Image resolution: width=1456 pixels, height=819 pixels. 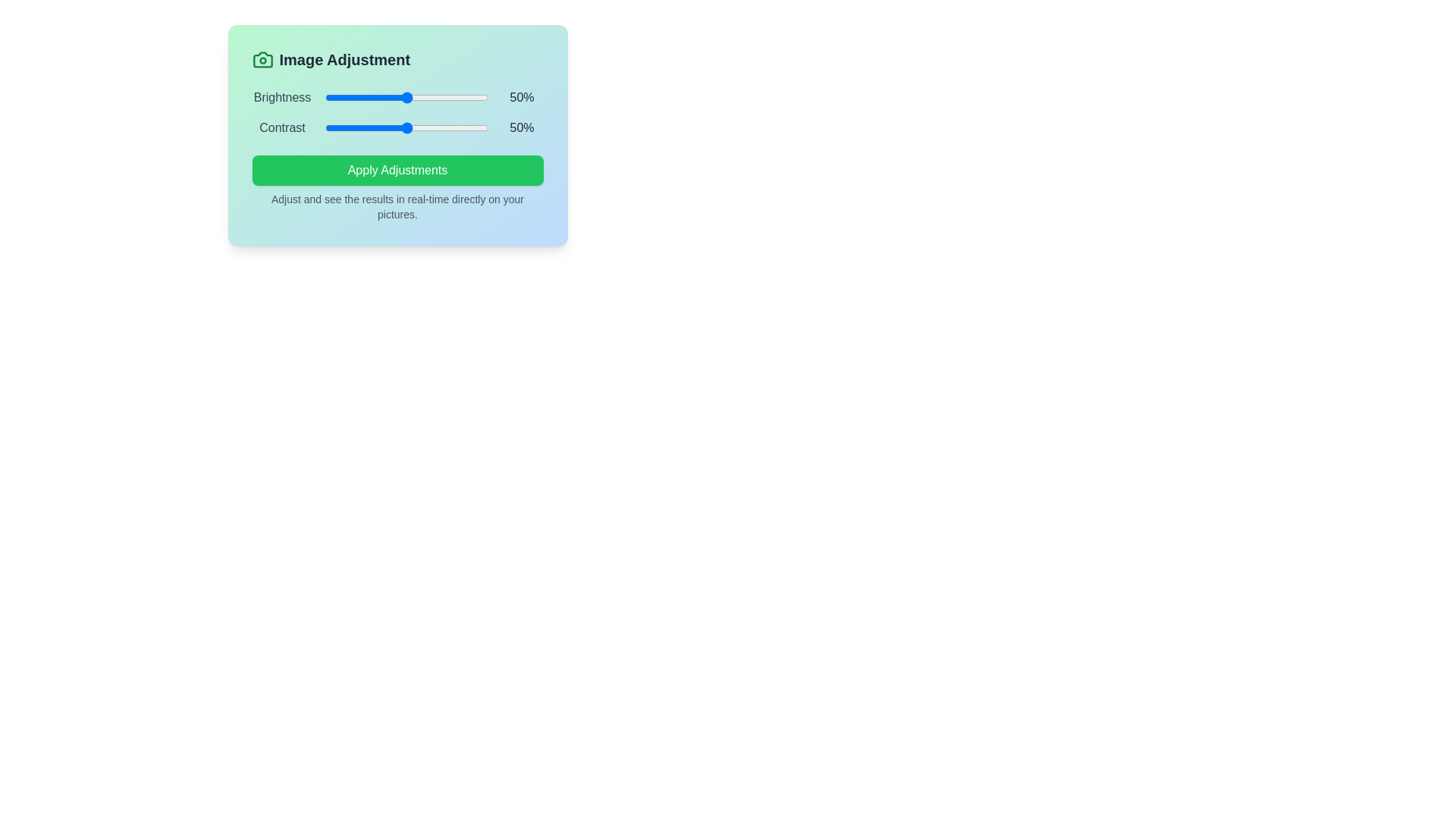 What do you see at coordinates (442, 127) in the screenshot?
I see `the contrast slider to 72%` at bounding box center [442, 127].